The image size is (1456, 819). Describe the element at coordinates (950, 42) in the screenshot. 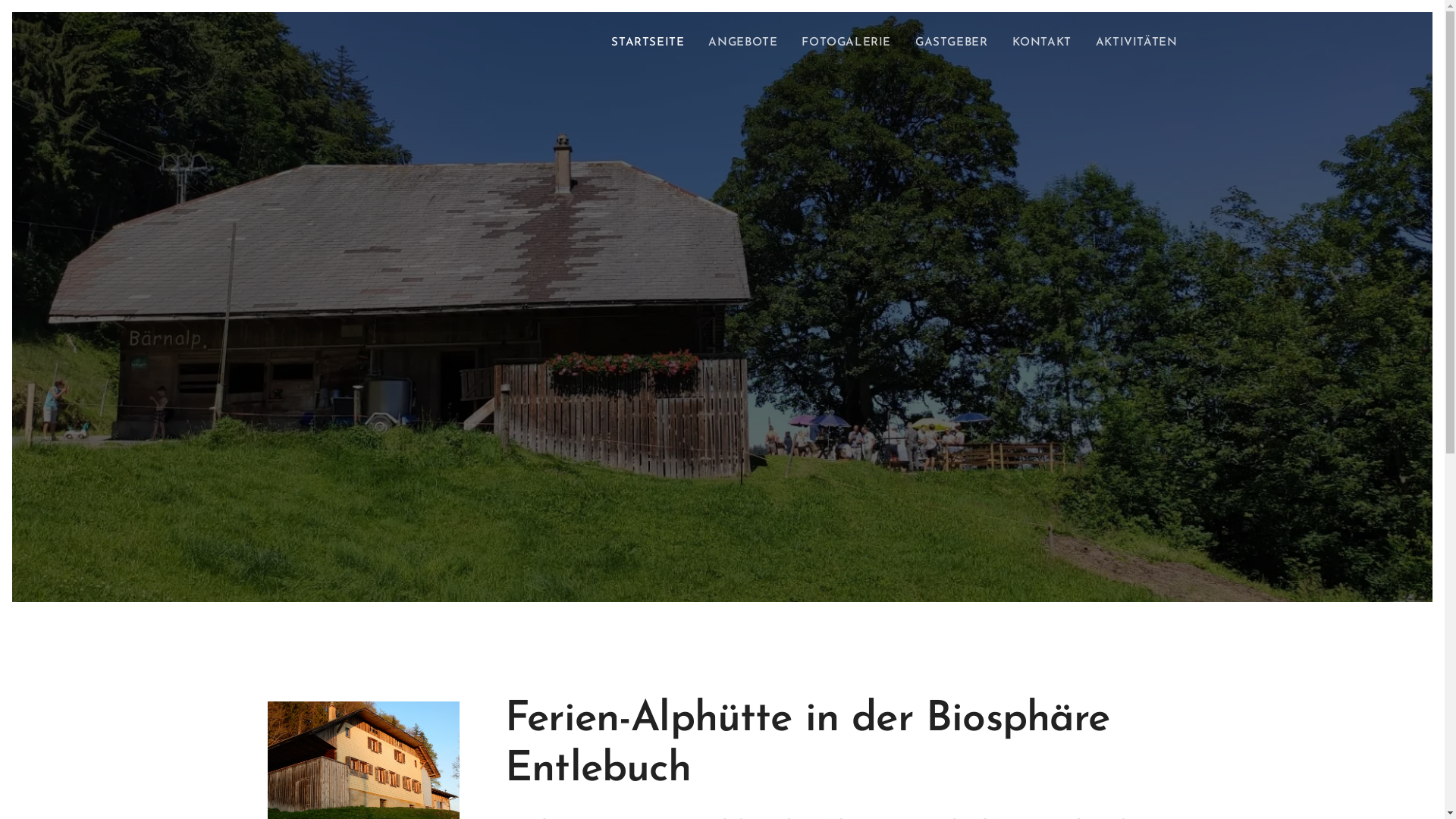

I see `'GASTGEBER'` at that location.